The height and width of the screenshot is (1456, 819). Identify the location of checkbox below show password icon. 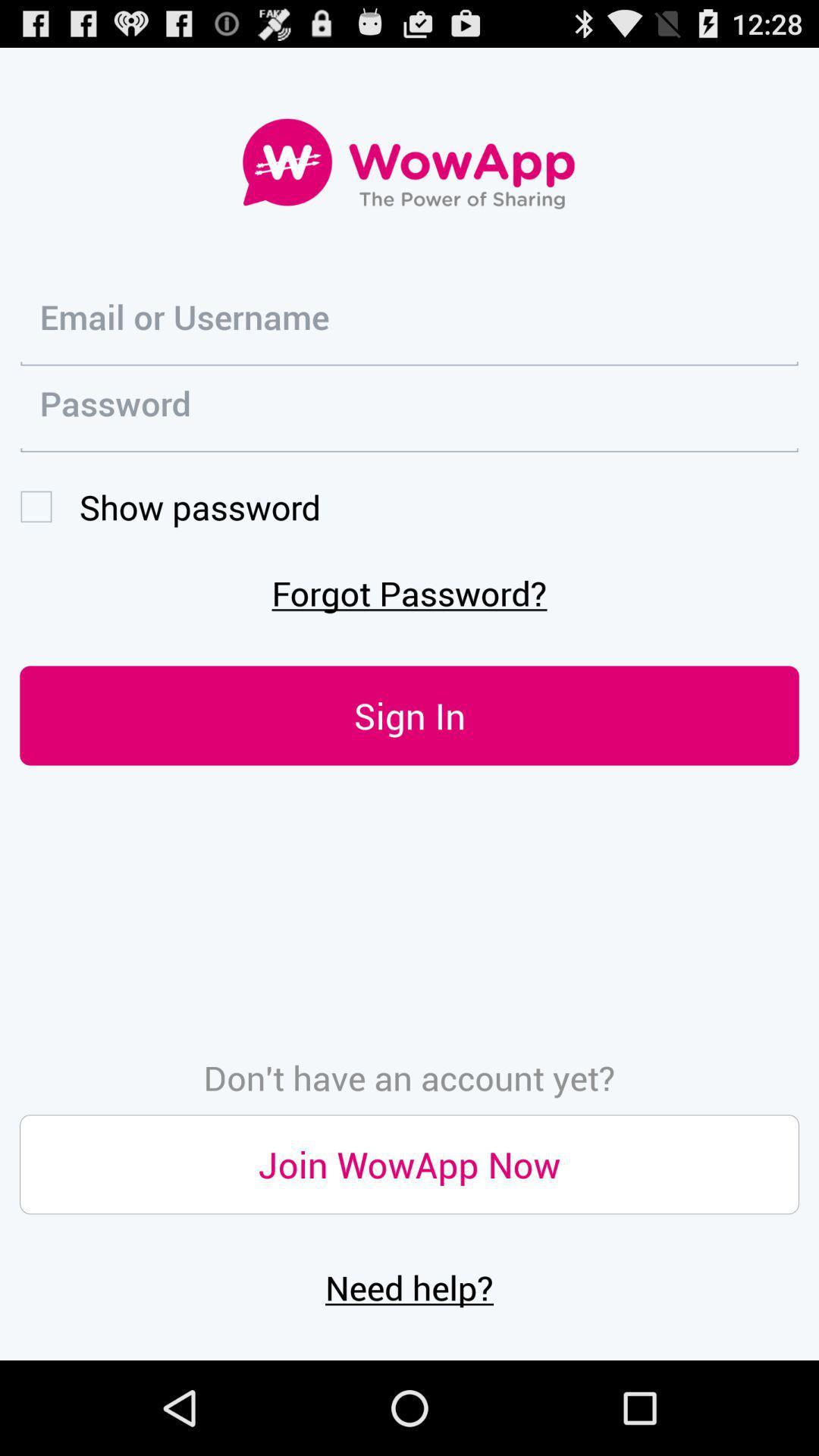
(409, 591).